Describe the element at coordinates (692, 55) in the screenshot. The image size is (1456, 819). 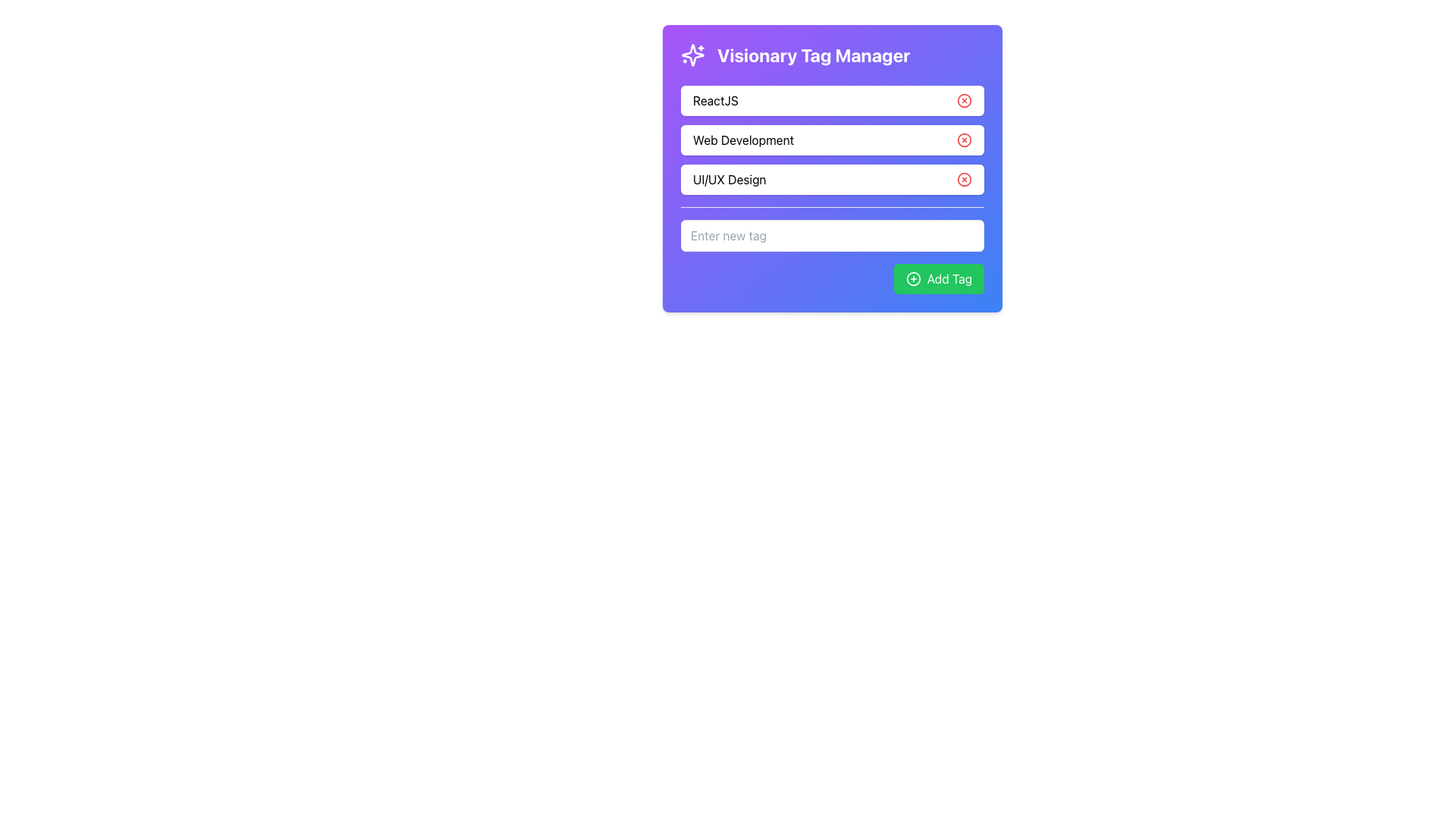
I see `the decorative icon representing the card's title, located at the leftmost position in the header adjacent to the 'Visionary Tag Manager' text block` at that location.